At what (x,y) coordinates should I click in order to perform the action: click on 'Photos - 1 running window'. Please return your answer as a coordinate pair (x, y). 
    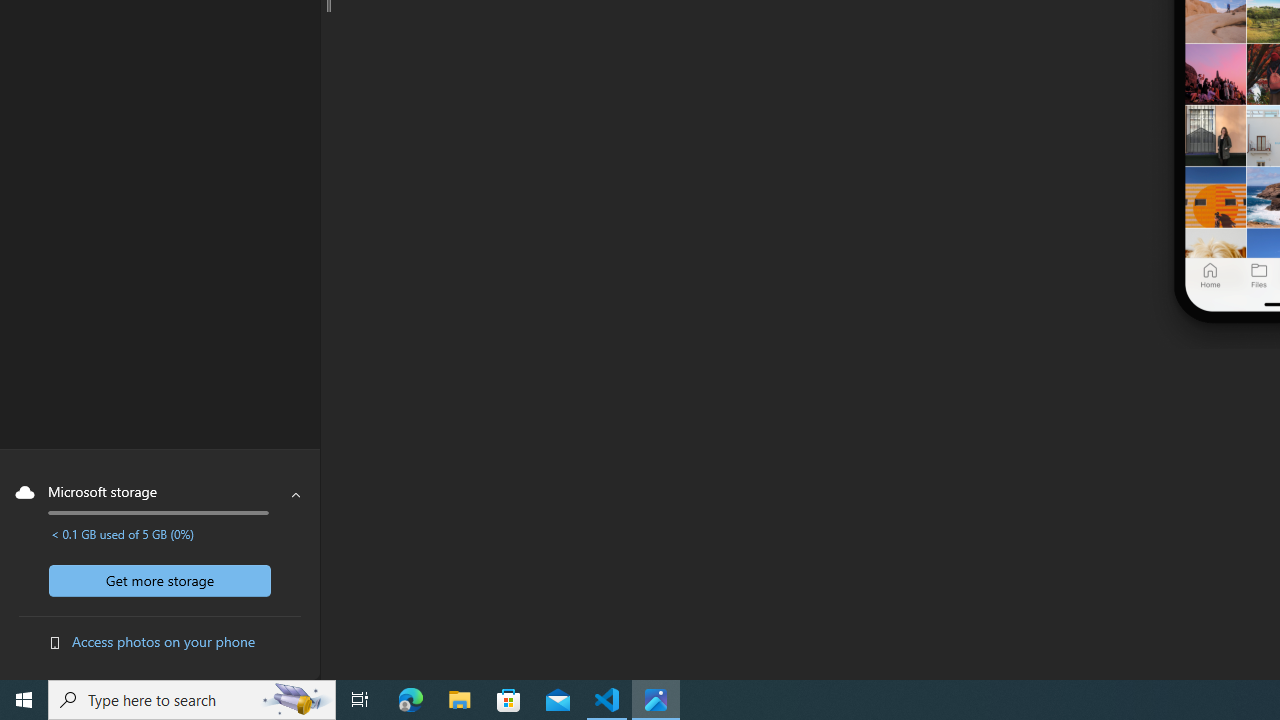
    Looking at the image, I should click on (656, 698).